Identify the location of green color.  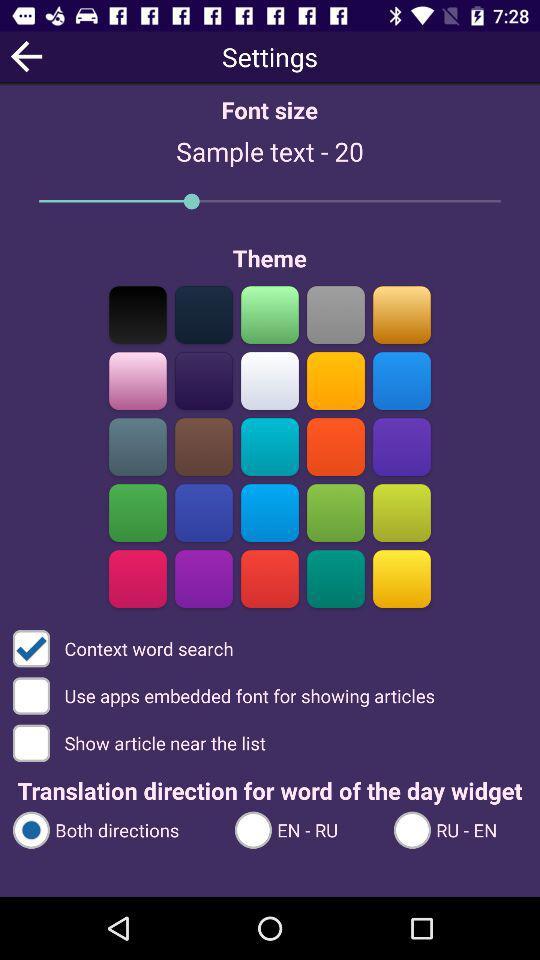
(270, 314).